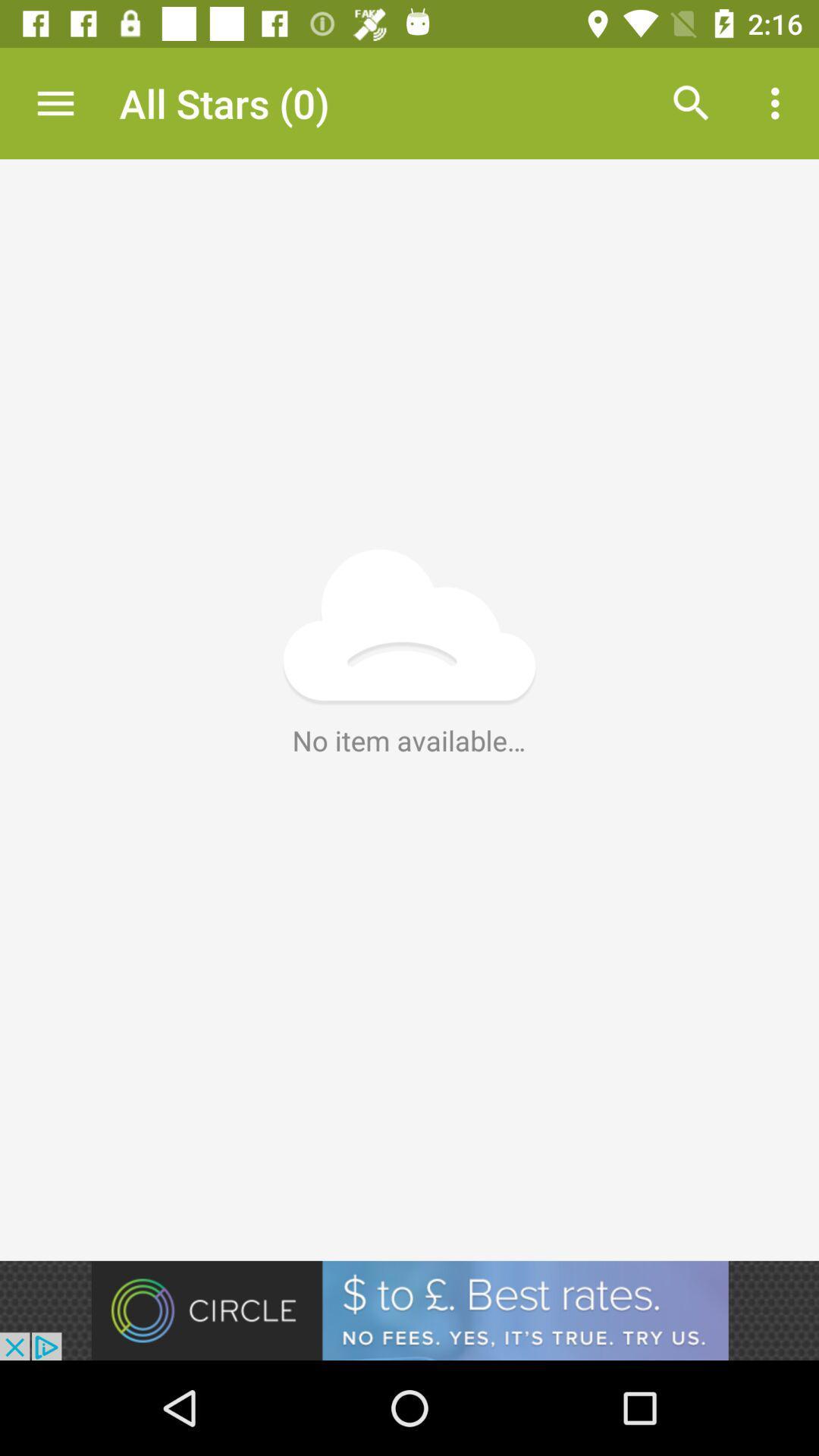  I want to click on advisement, so click(409, 1310).